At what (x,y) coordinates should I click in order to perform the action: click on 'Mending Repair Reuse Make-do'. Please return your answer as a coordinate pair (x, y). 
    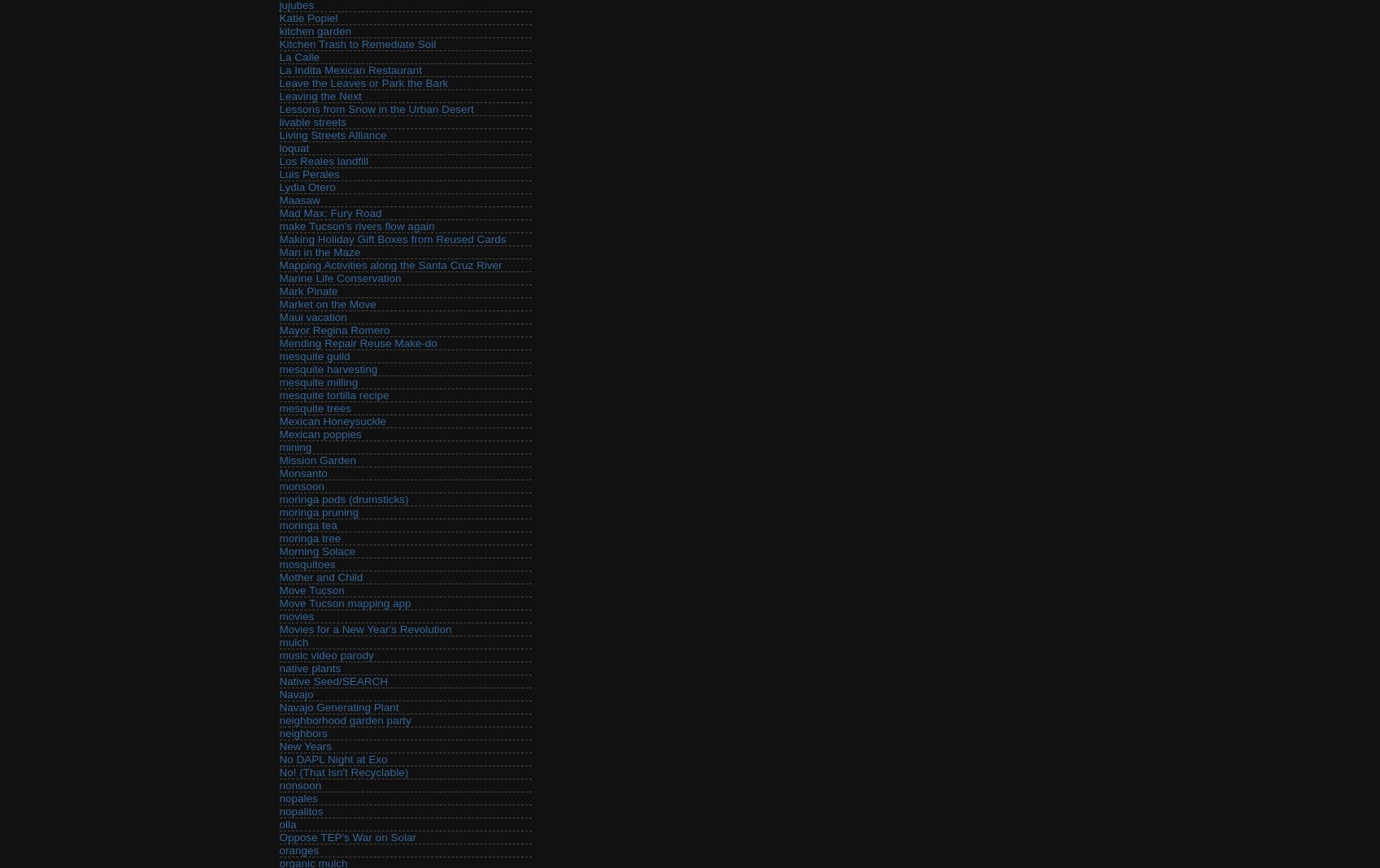
    Looking at the image, I should click on (357, 343).